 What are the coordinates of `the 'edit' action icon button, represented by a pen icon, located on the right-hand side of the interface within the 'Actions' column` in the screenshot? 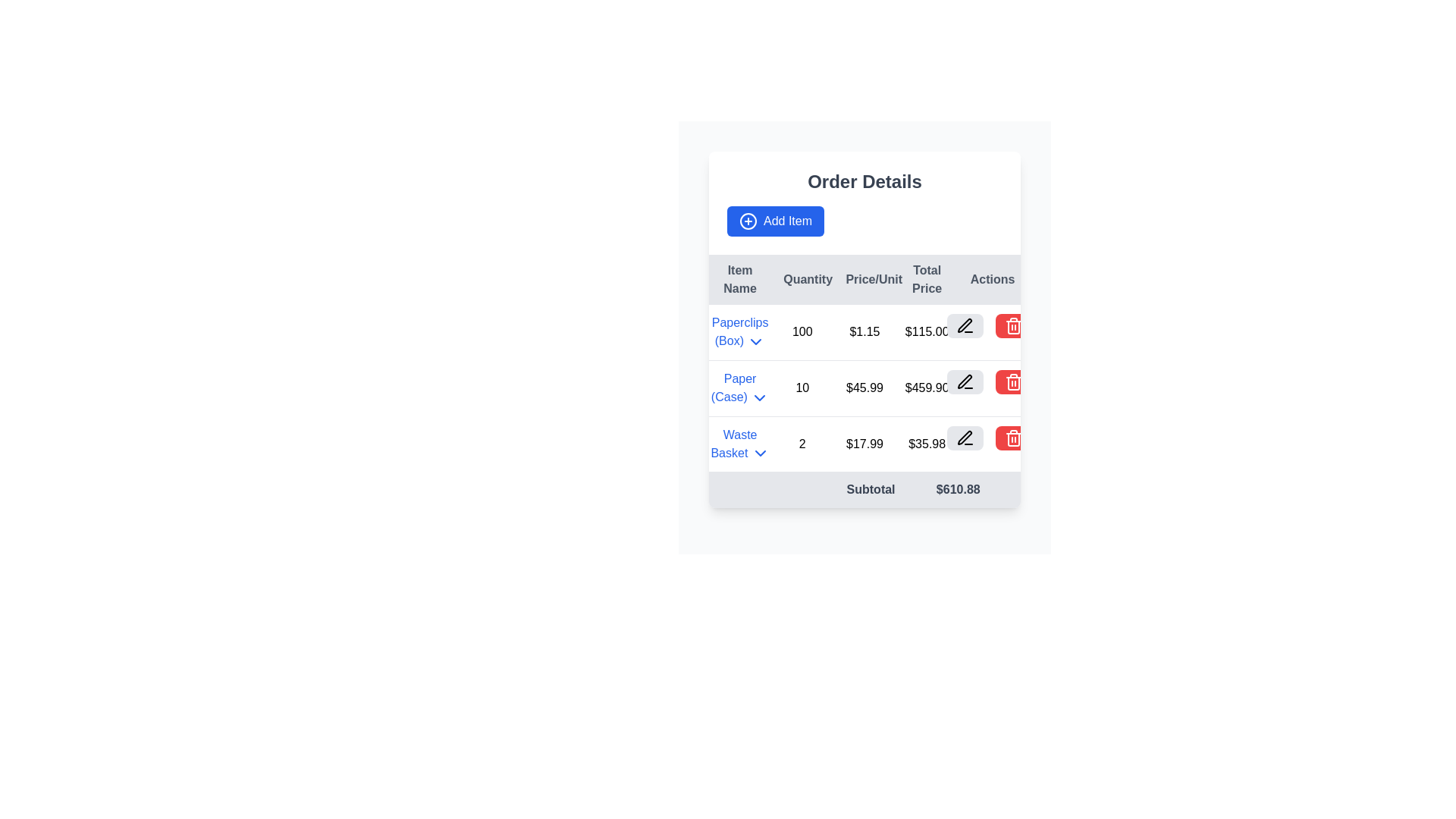 It's located at (964, 438).